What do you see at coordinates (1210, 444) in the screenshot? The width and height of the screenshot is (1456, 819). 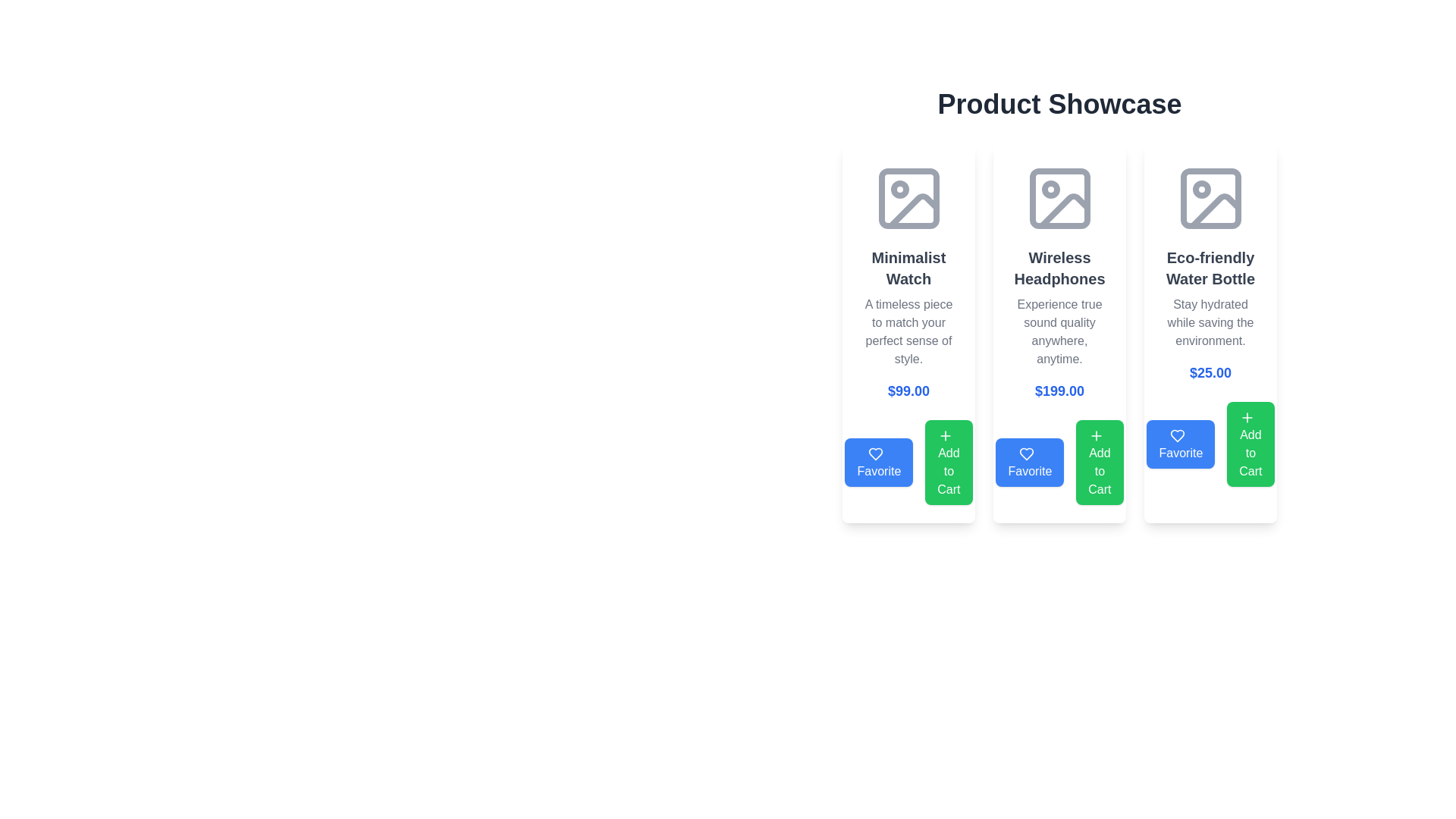 I see `the 'Favorite' button with a blue background, rounded corners, and white text featuring a heart icon, located at the bottom center of the product card for the 'Eco-friendly Water Bottle'` at bounding box center [1210, 444].